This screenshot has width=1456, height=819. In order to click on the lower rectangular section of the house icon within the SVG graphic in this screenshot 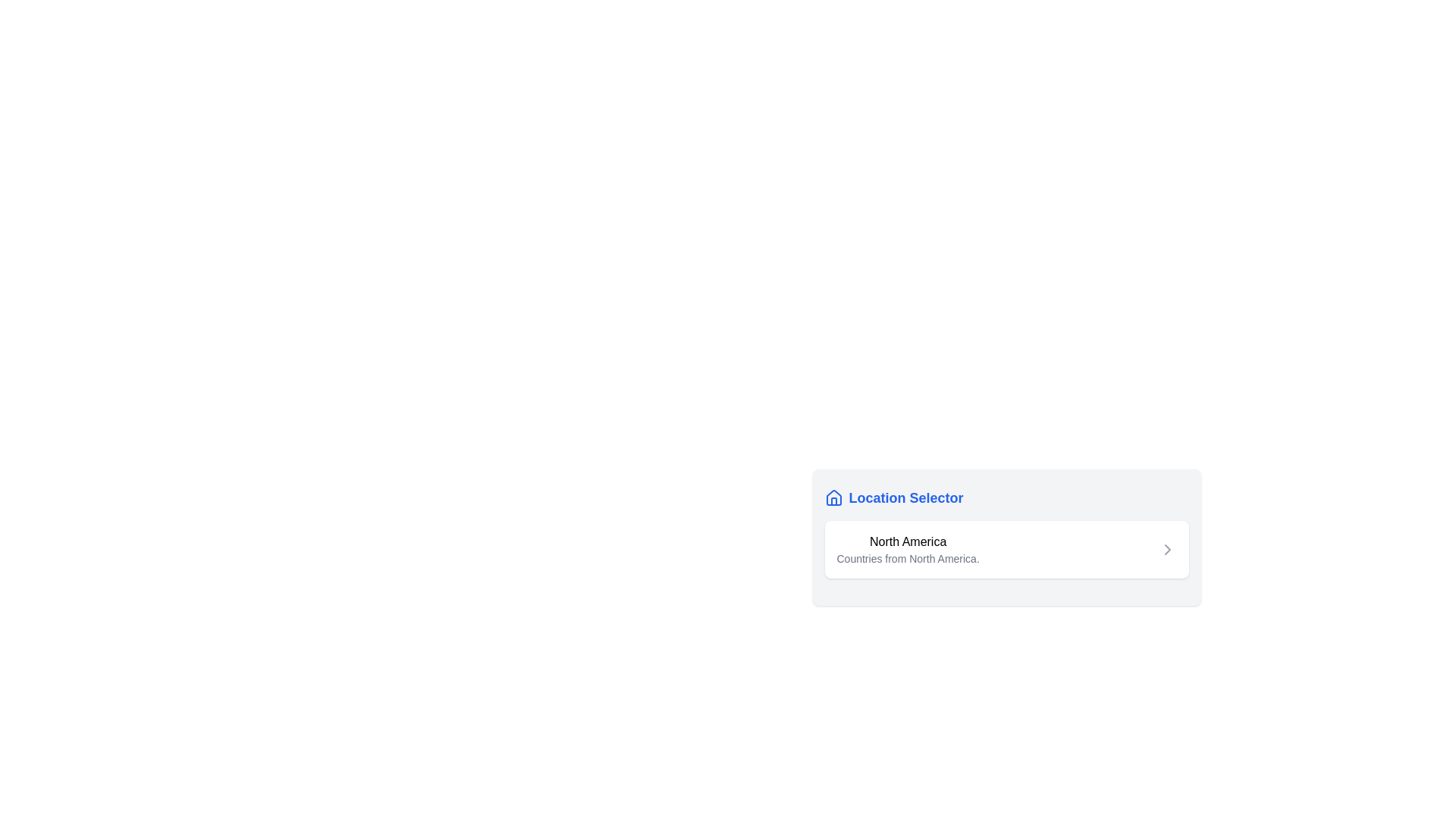, I will do `click(833, 501)`.